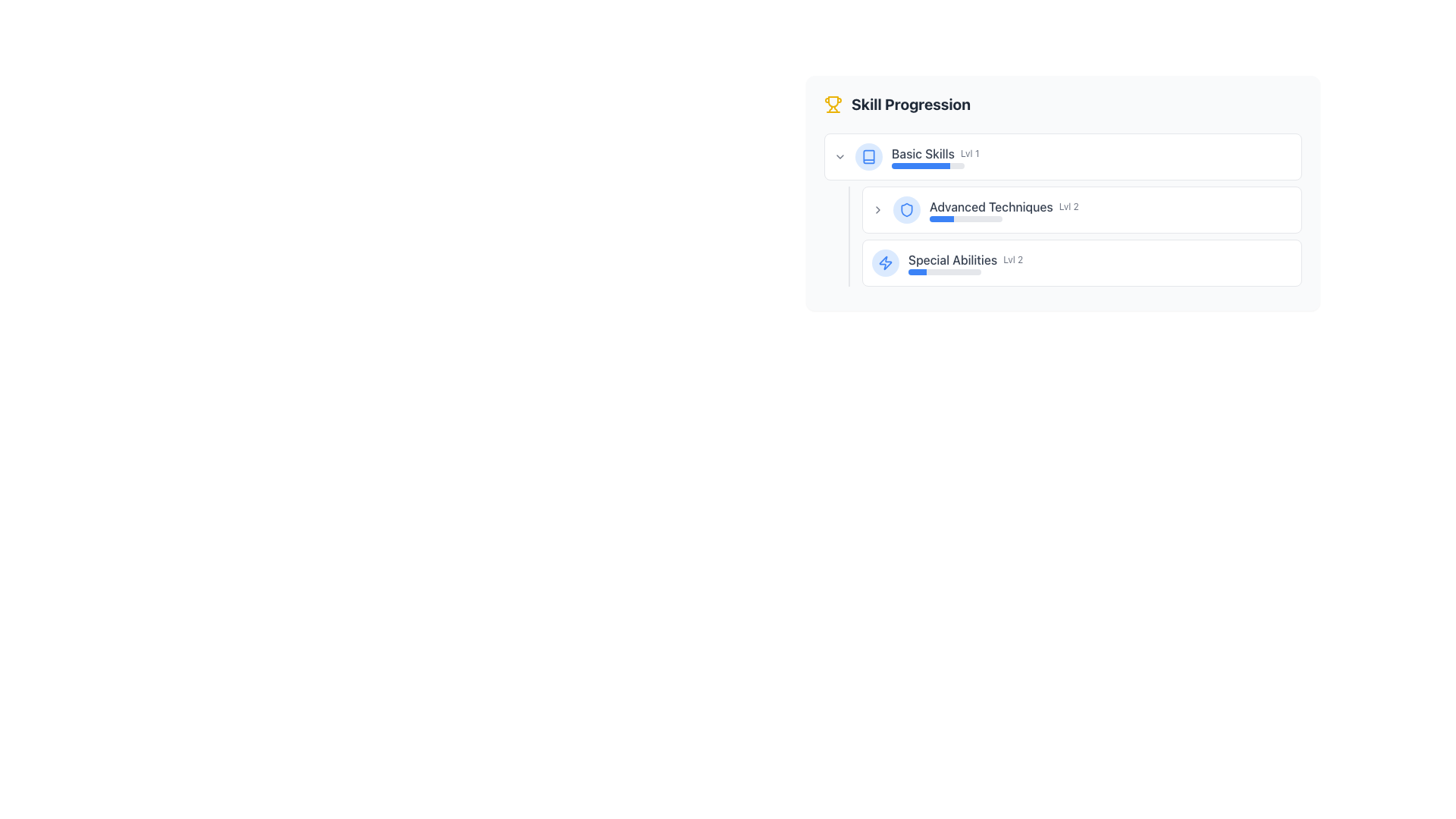  Describe the element at coordinates (1081, 262) in the screenshot. I see `the 'Special Abilities' skill progression item, which is the third item in the list` at that location.